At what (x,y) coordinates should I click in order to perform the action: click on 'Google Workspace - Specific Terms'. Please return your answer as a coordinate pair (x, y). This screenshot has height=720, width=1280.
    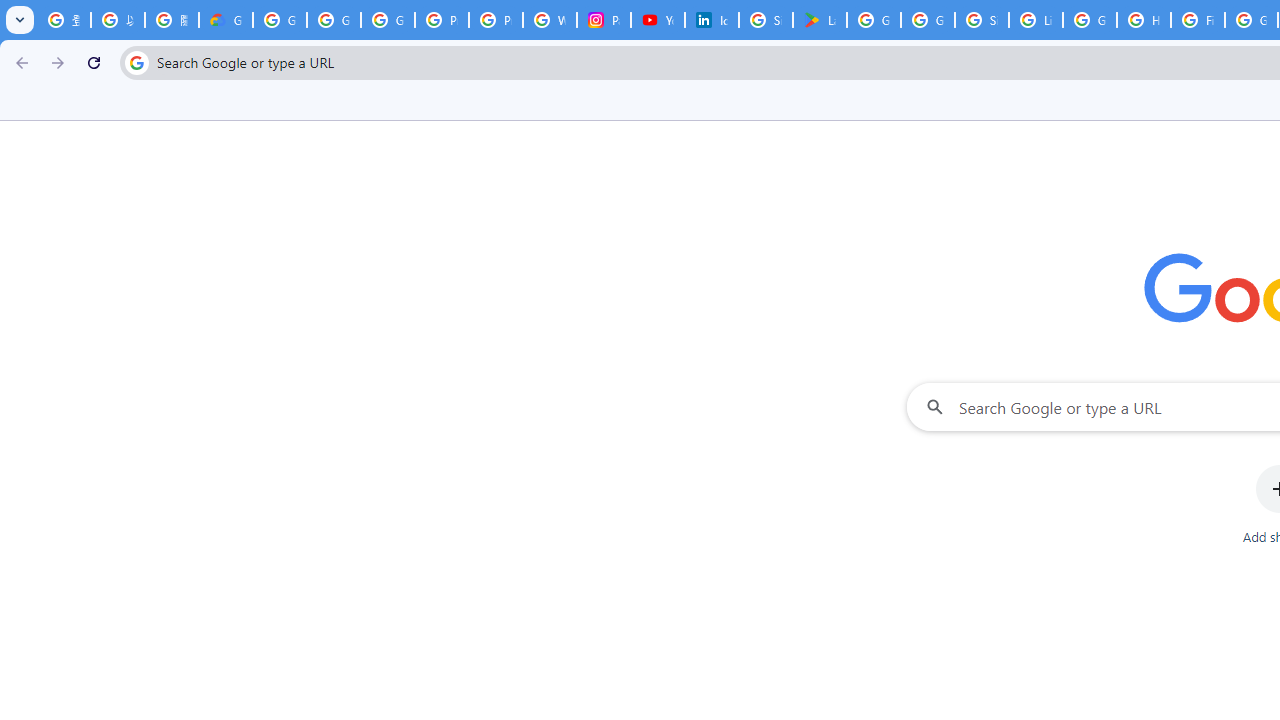
    Looking at the image, I should click on (927, 20).